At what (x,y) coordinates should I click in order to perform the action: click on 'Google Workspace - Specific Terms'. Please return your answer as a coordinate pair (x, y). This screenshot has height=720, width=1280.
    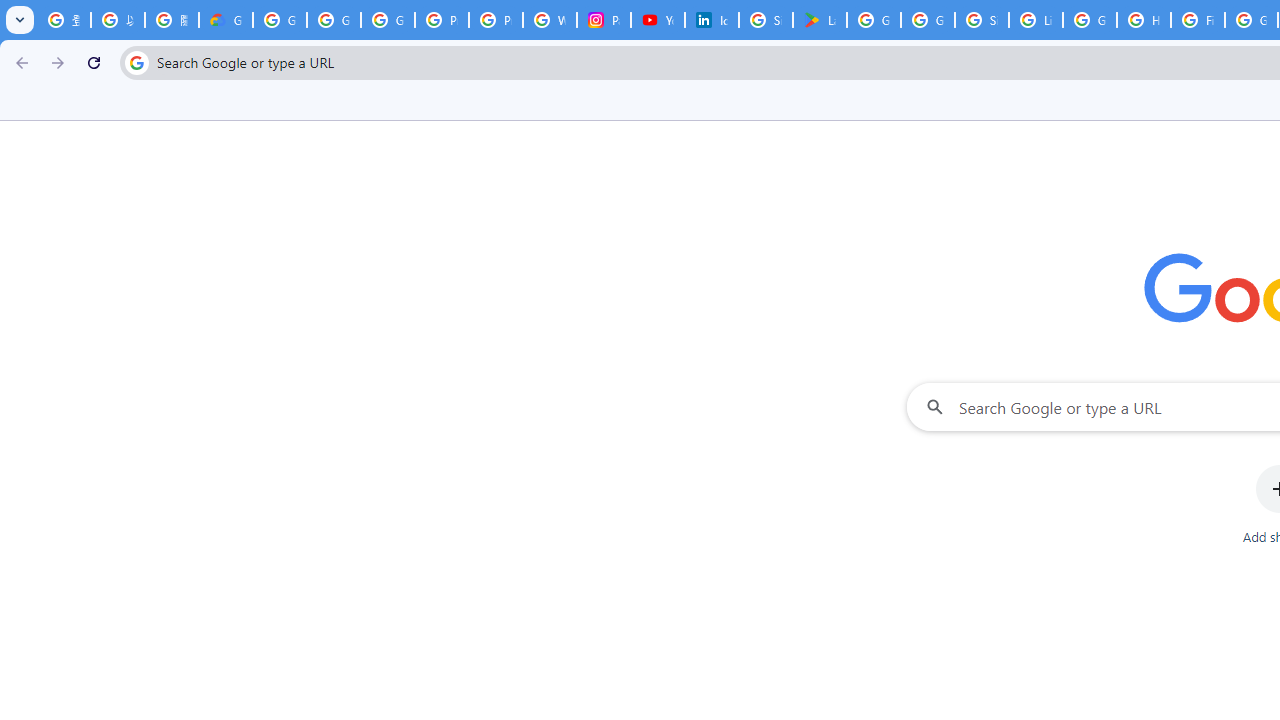
    Looking at the image, I should click on (927, 20).